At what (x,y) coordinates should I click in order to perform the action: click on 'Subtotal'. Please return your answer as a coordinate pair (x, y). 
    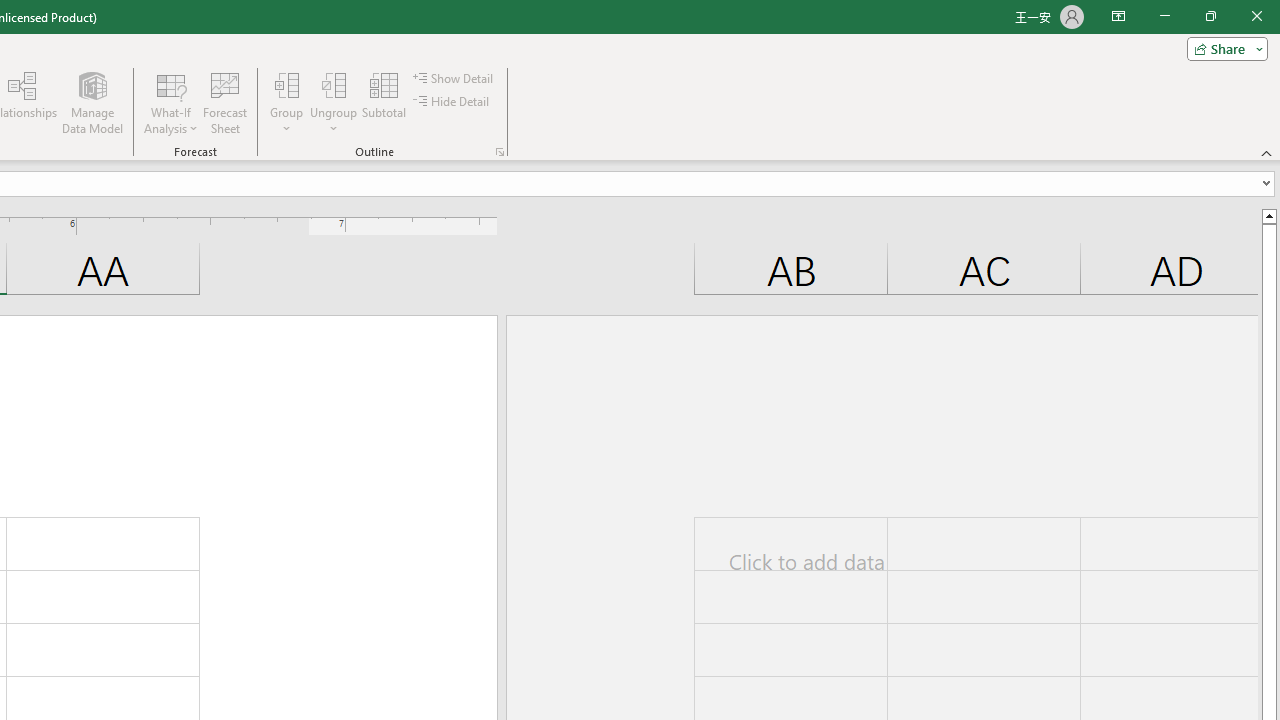
    Looking at the image, I should click on (384, 103).